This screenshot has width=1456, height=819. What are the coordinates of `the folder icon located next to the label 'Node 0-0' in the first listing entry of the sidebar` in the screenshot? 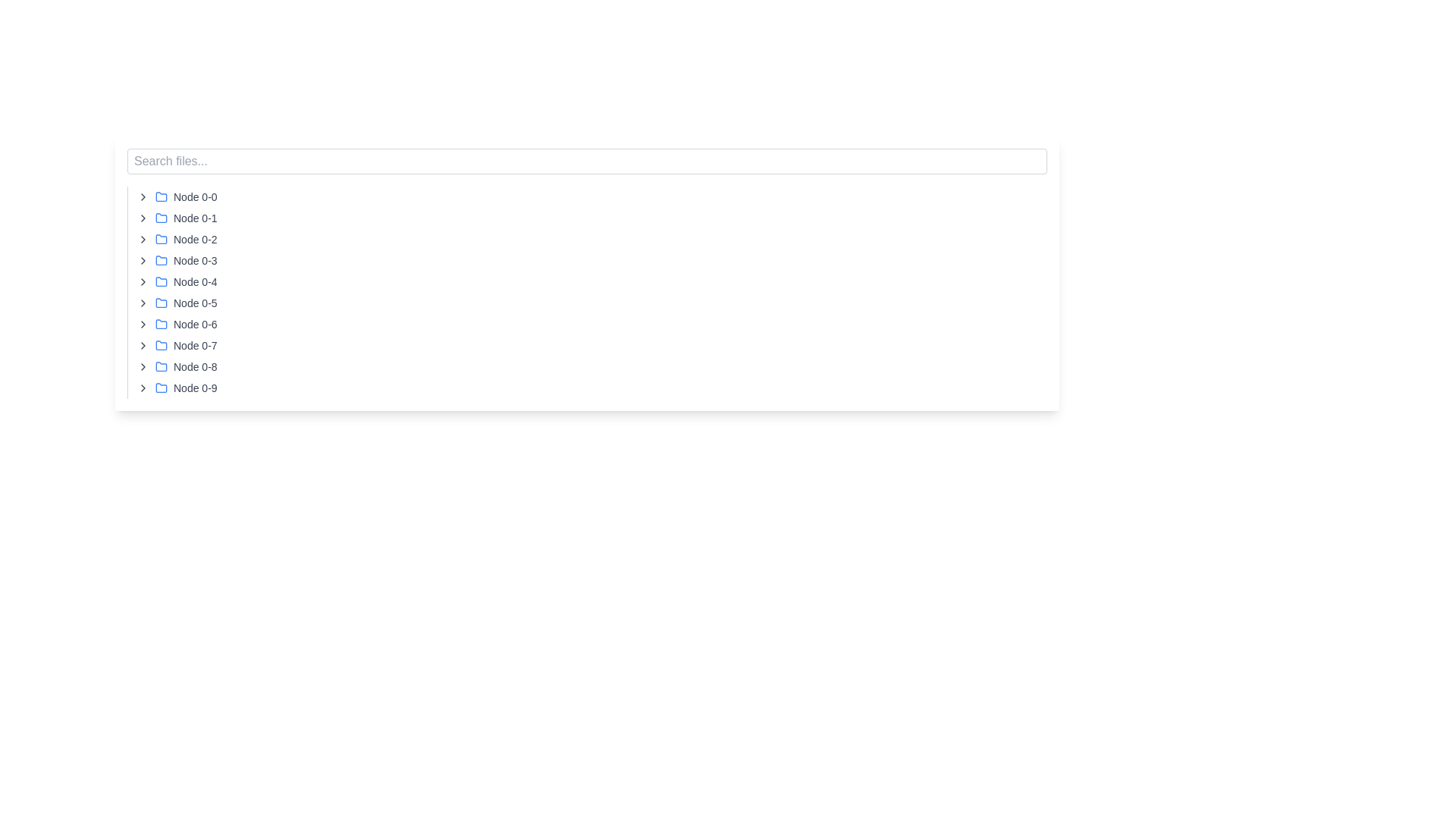 It's located at (161, 196).